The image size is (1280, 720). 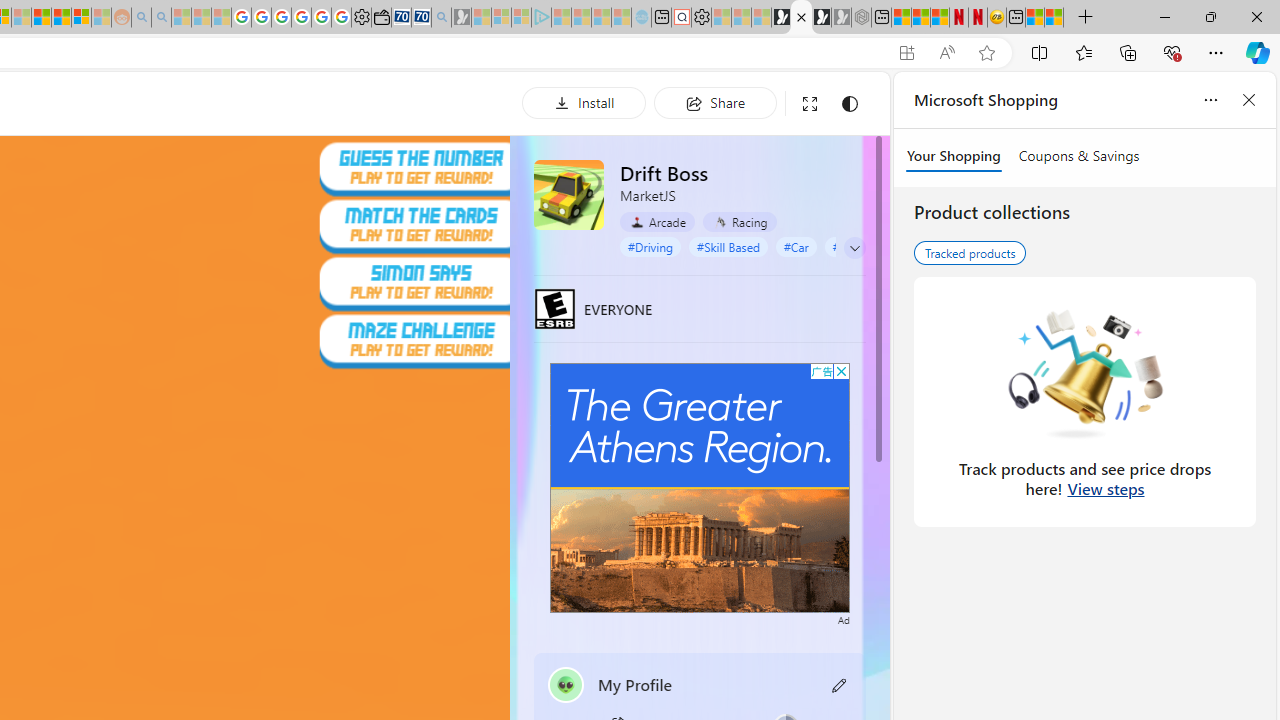 What do you see at coordinates (161, 17) in the screenshot?
I see `'Utah sues federal government - Search - Sleeping'` at bounding box center [161, 17].